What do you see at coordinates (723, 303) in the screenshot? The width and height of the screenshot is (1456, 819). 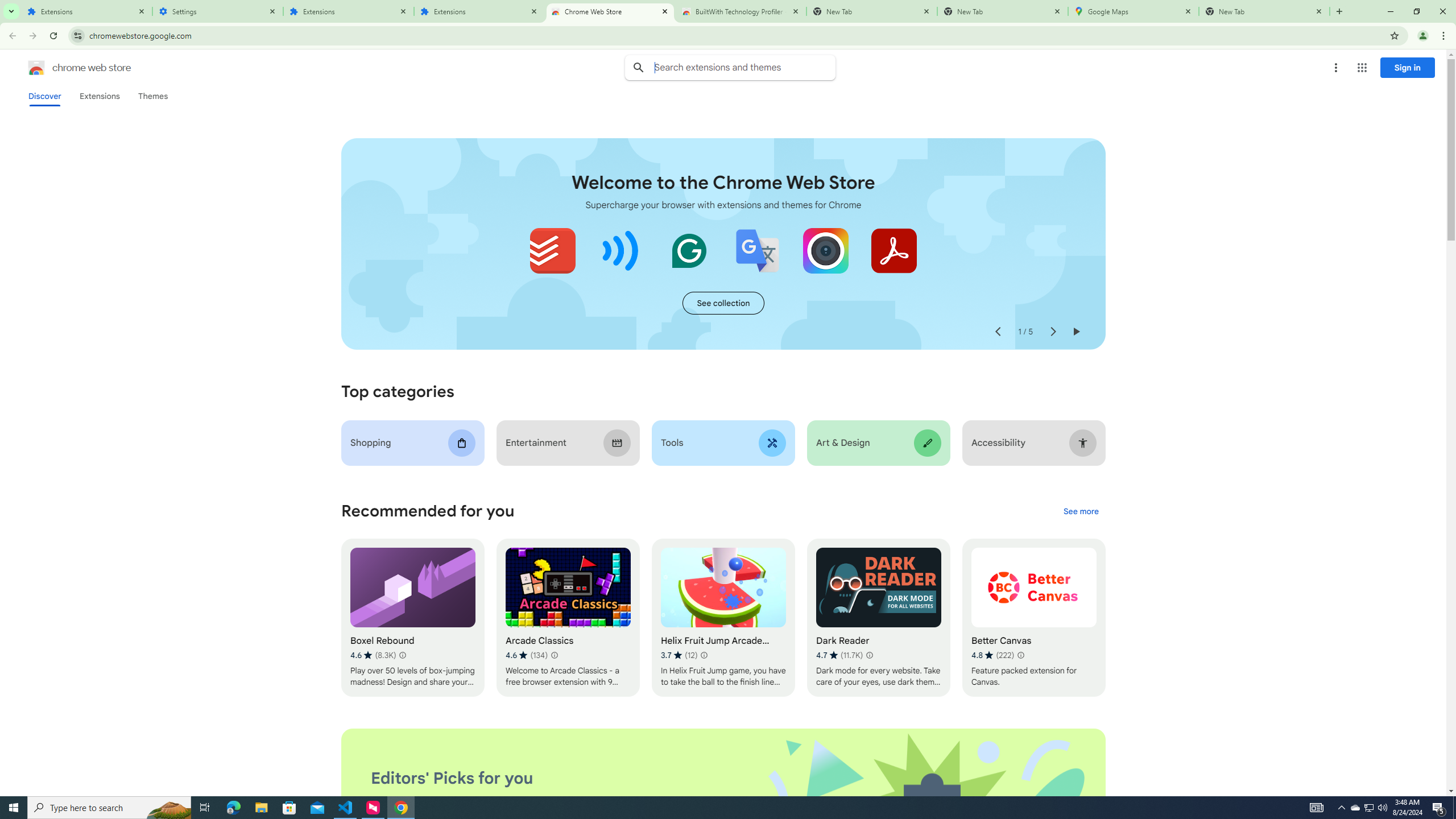 I see `'See more of the "Extensions starter kit" collection'` at bounding box center [723, 303].